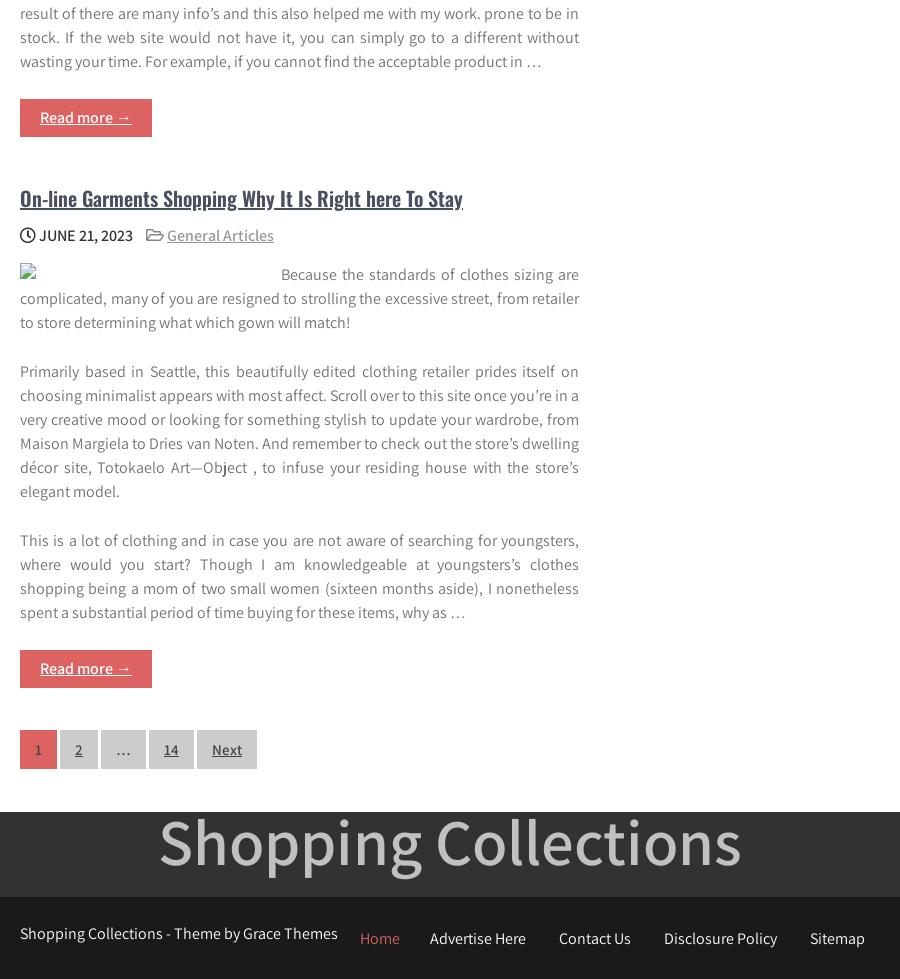 Image resolution: width=900 pixels, height=979 pixels. Describe the element at coordinates (18, 297) in the screenshot. I see `'Because the standards of clothes sizing are complicated, many of you are resigned to strolling the excessive street, from retailer to store determining what which gown will match!'` at that location.